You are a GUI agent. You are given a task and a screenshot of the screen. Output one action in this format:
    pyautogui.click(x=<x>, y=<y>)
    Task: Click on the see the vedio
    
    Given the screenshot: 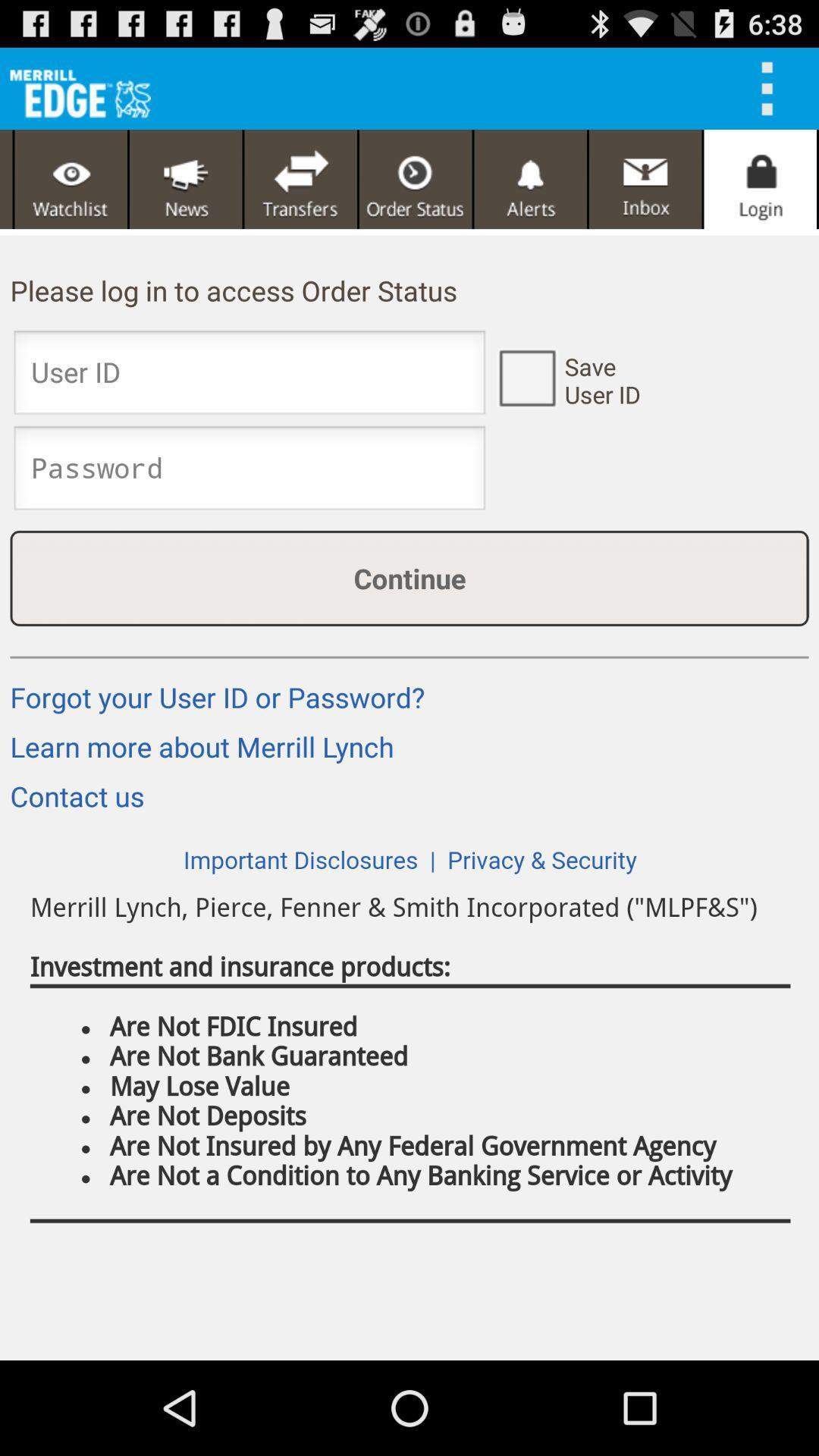 What is the action you would take?
    pyautogui.click(x=71, y=179)
    